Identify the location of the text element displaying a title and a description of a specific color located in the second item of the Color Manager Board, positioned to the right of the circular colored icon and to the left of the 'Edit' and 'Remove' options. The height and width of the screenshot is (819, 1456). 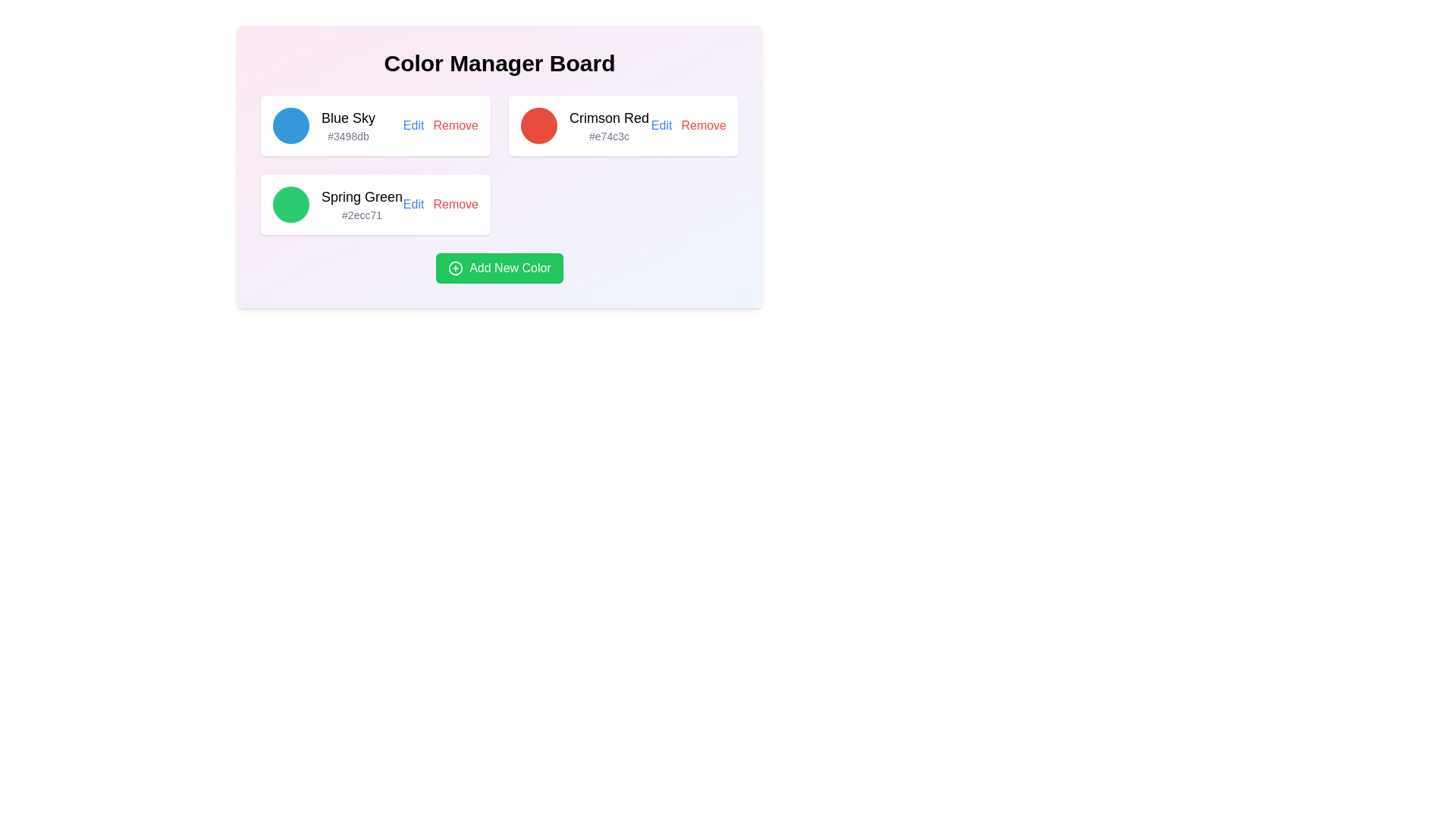
(609, 124).